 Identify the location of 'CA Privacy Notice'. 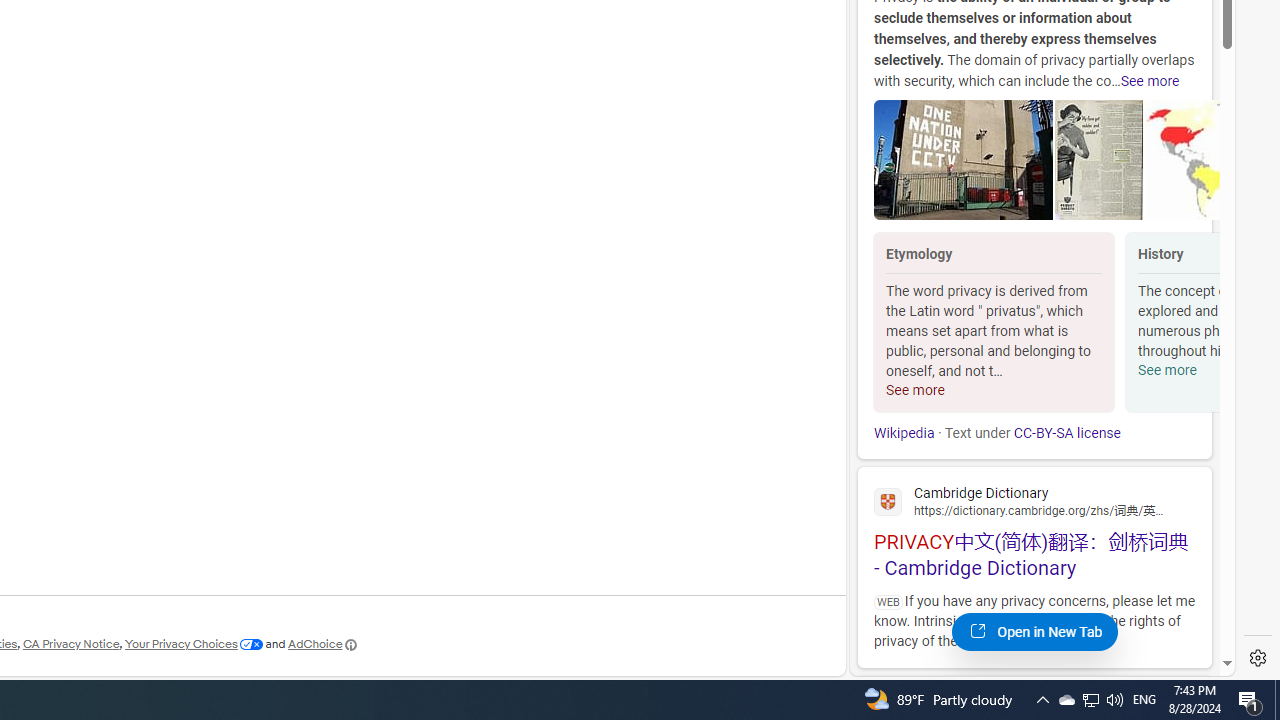
(71, 644).